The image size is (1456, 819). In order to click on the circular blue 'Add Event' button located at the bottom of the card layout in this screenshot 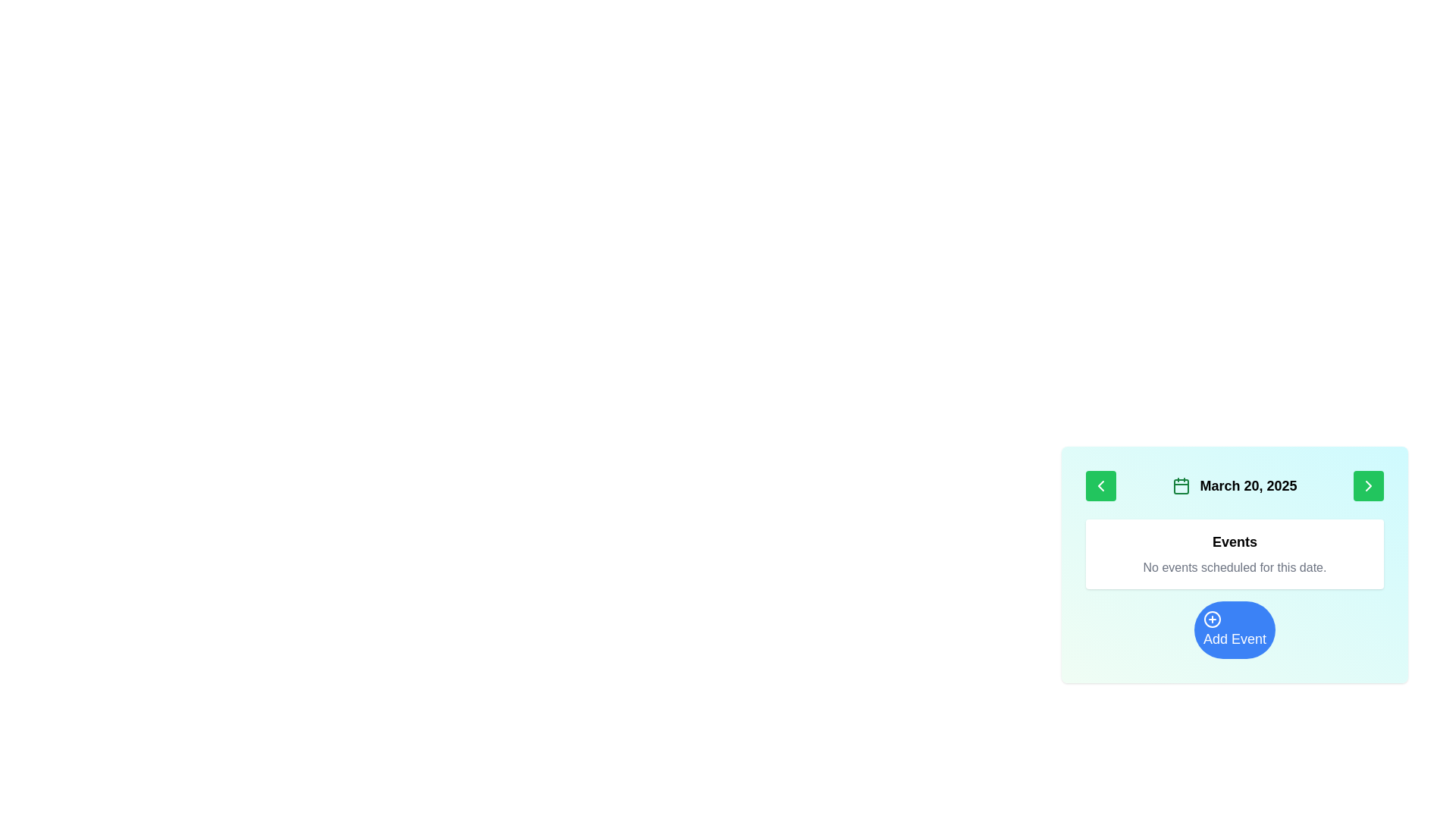, I will do `click(1235, 629)`.